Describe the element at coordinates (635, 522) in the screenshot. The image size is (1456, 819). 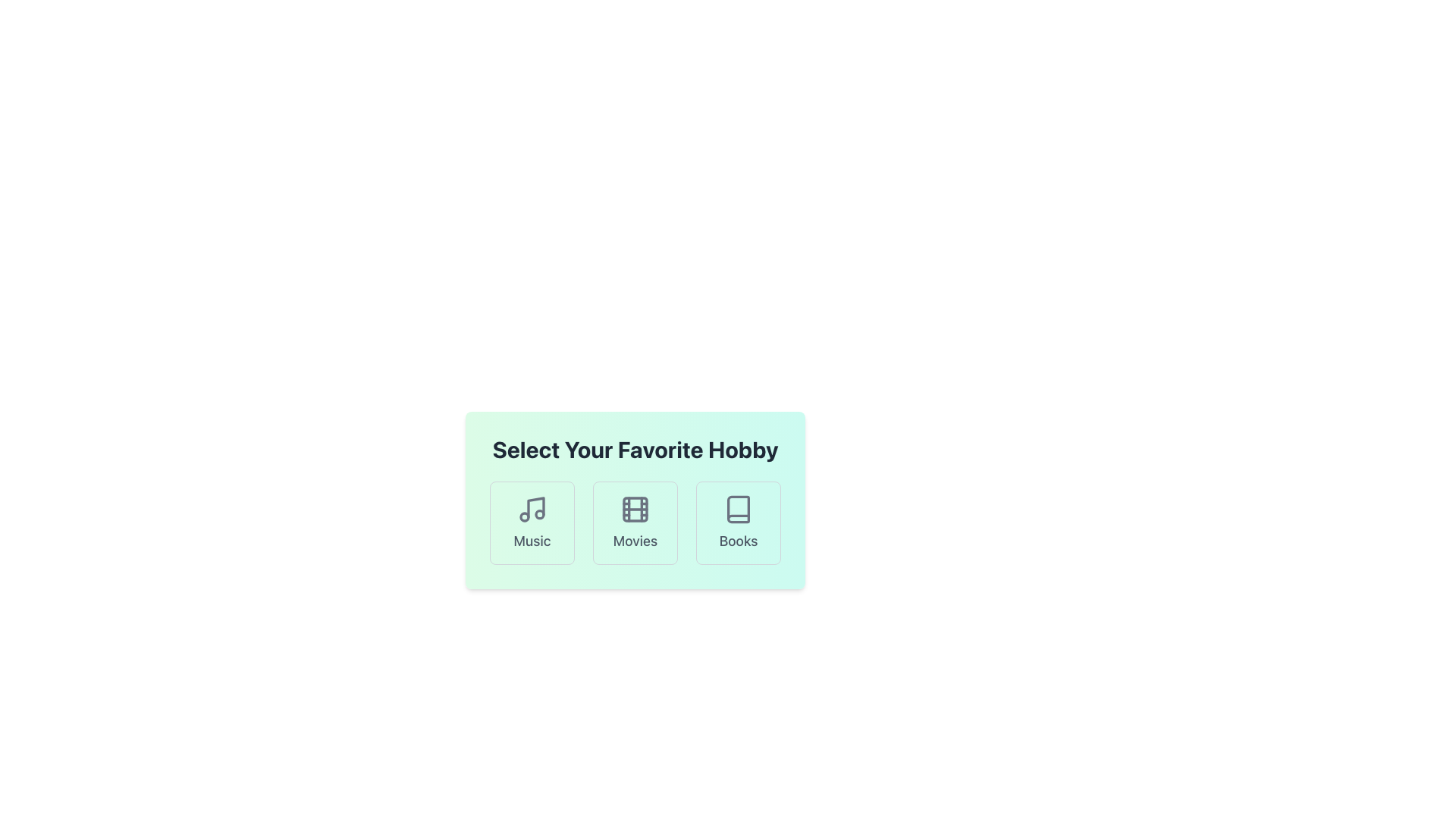
I see `the 'Movies' radio button` at that location.